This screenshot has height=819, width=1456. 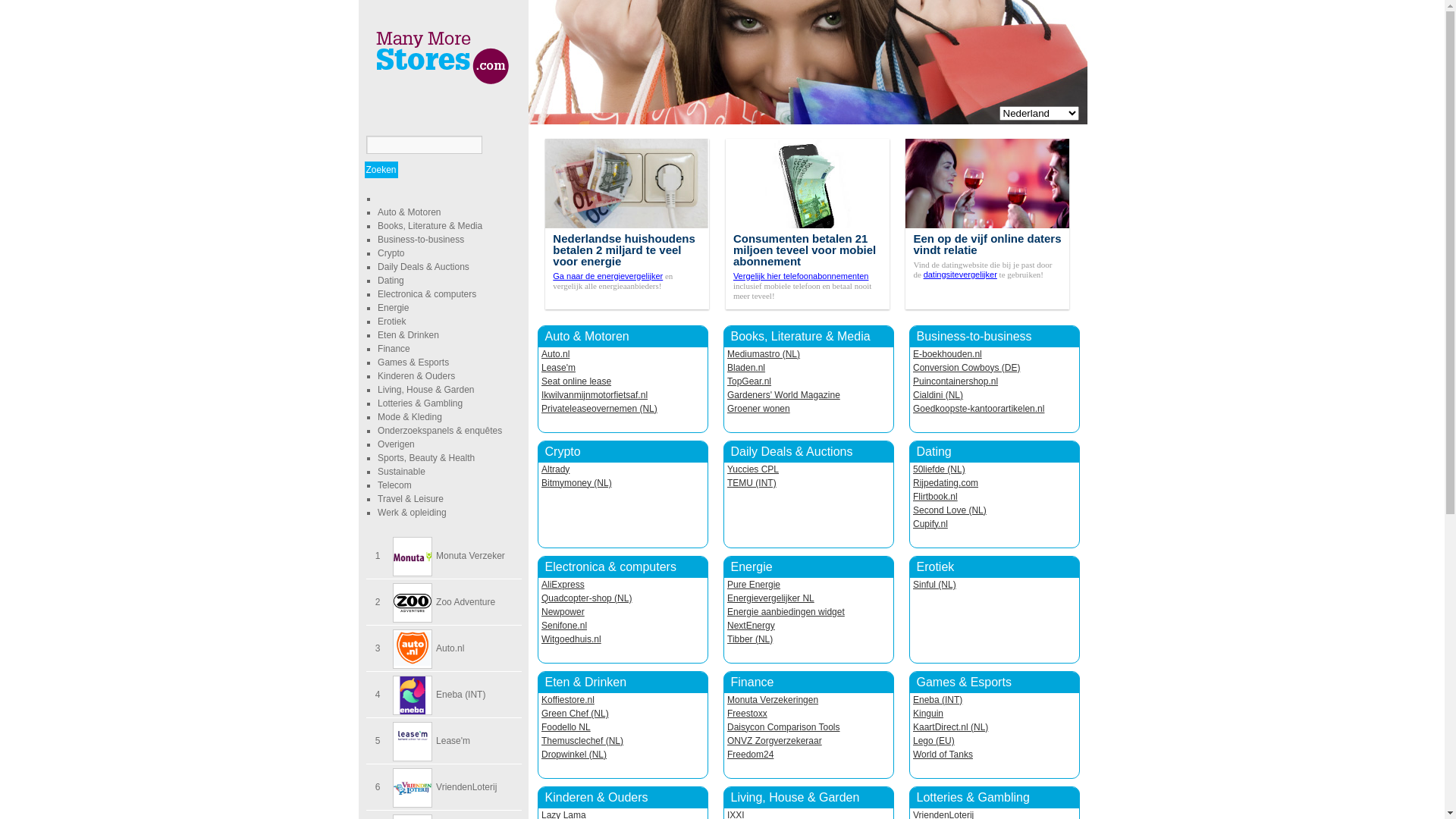 What do you see at coordinates (541, 368) in the screenshot?
I see `'Lease'm'` at bounding box center [541, 368].